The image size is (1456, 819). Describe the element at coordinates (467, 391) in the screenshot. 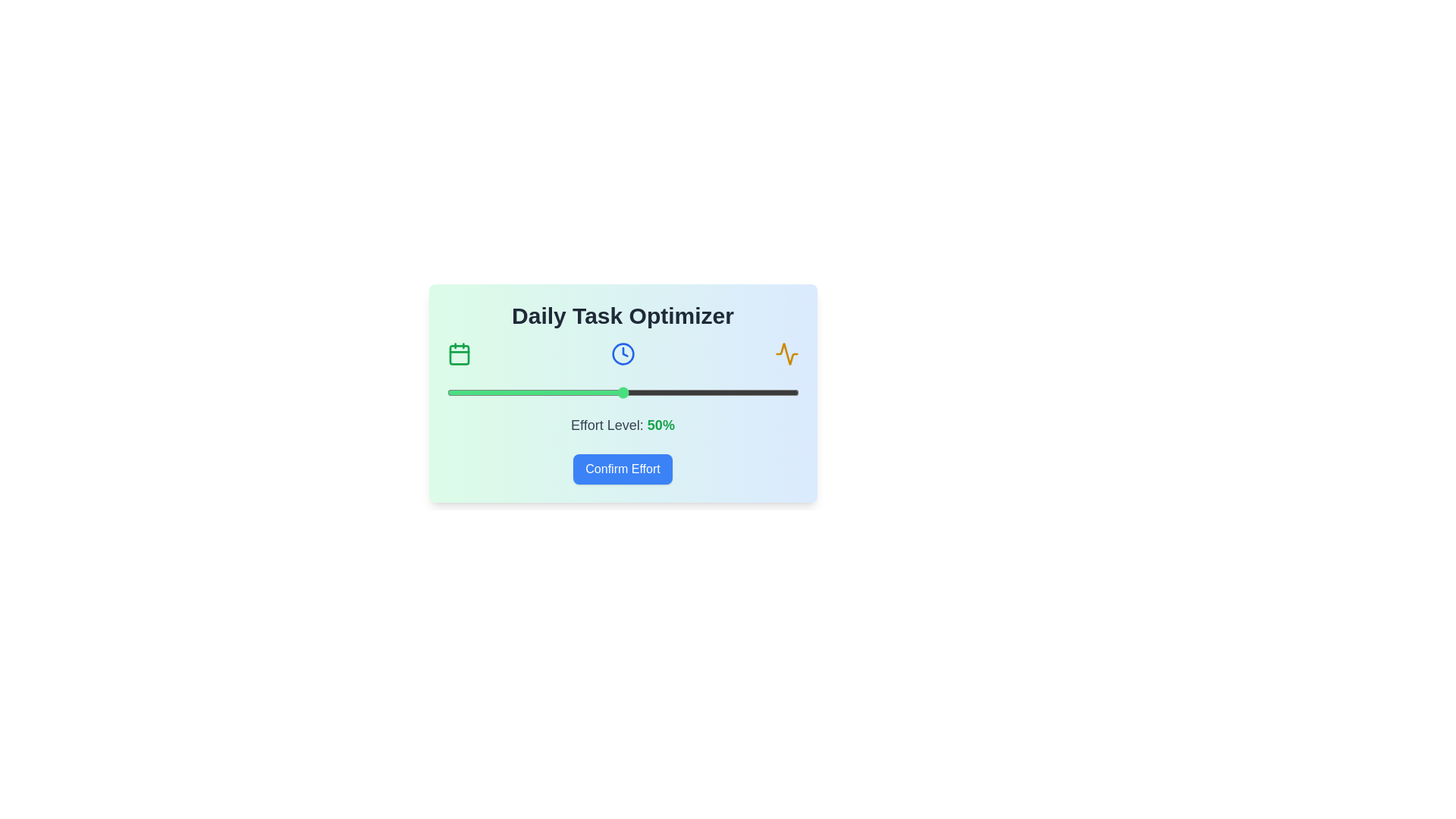

I see `the effort level to 6% by interacting with the slider` at that location.